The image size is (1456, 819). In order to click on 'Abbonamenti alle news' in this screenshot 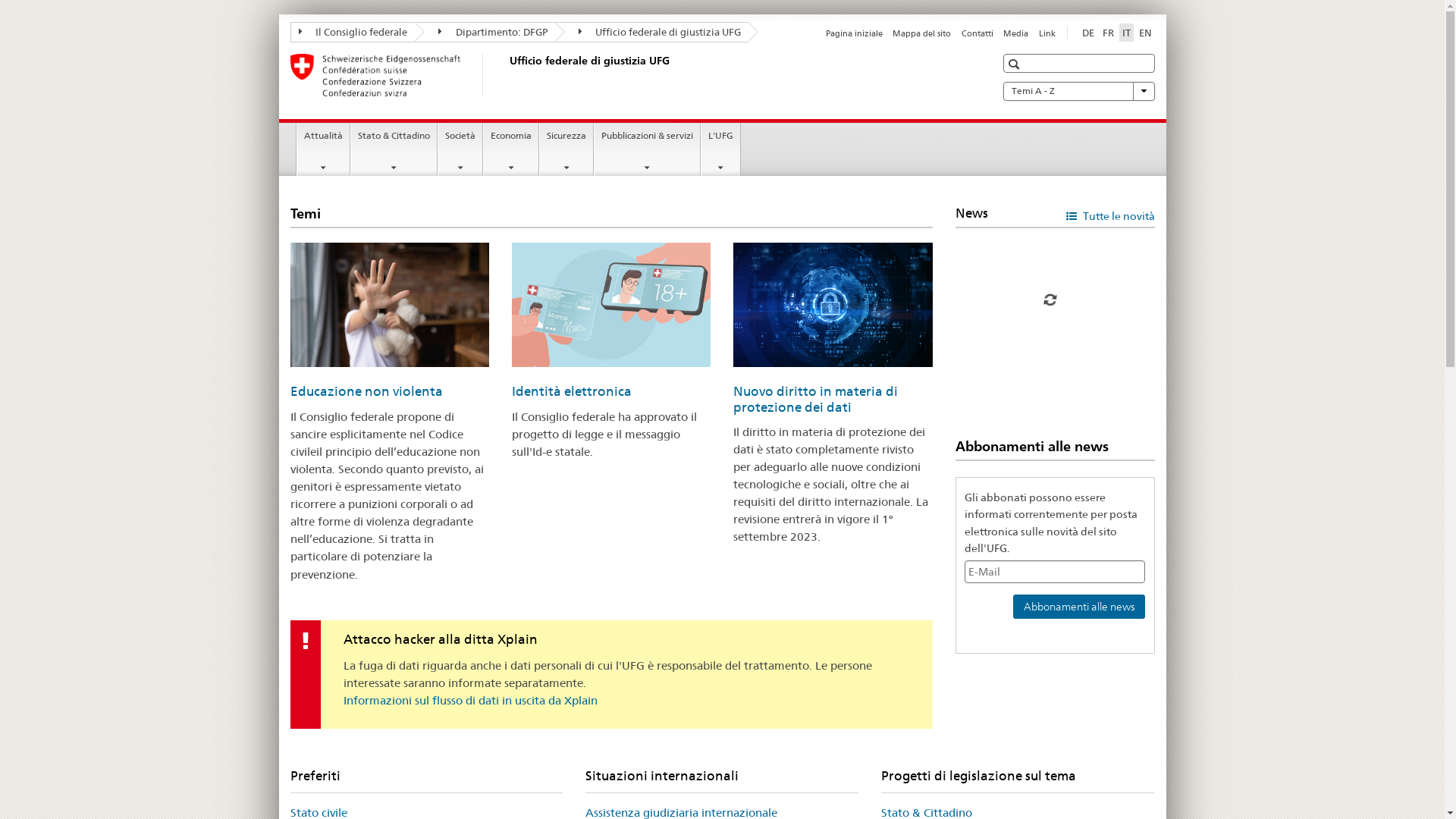, I will do `click(1078, 605)`.